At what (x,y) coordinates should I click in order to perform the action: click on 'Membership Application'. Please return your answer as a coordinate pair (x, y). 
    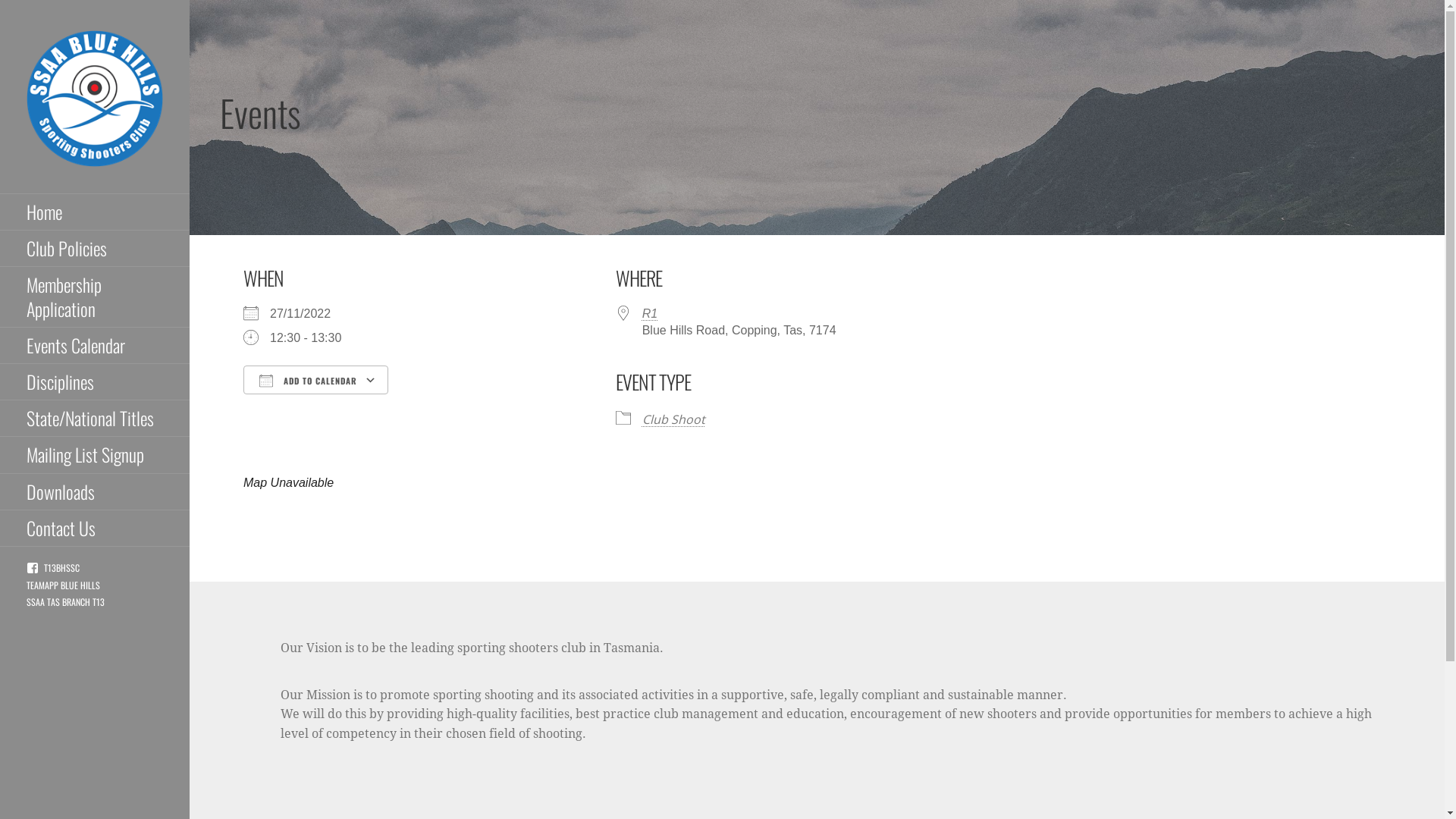
    Looking at the image, I should click on (93, 297).